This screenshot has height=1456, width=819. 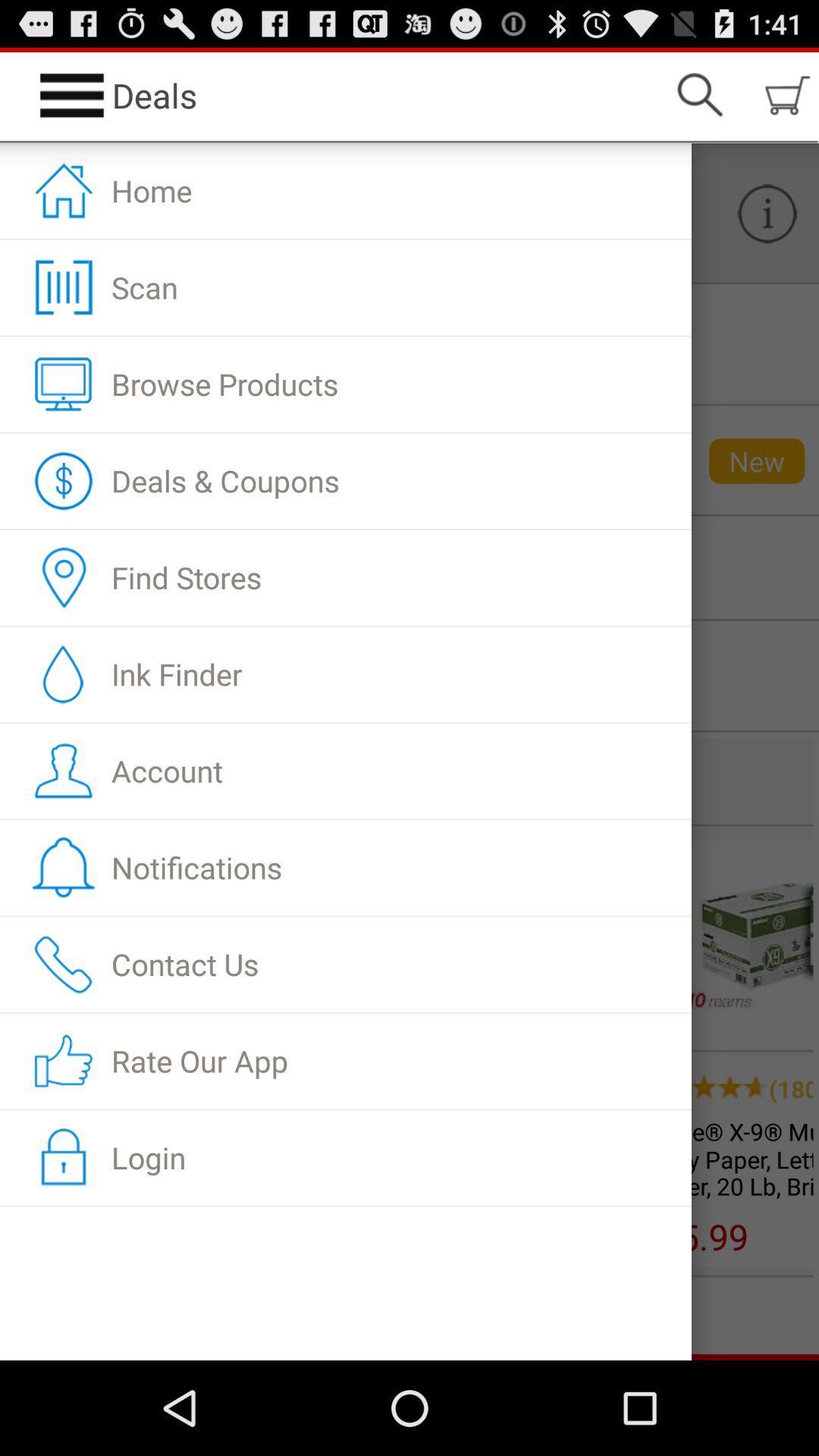 What do you see at coordinates (49, 676) in the screenshot?
I see `the droplet symbol beside ink finder` at bounding box center [49, 676].